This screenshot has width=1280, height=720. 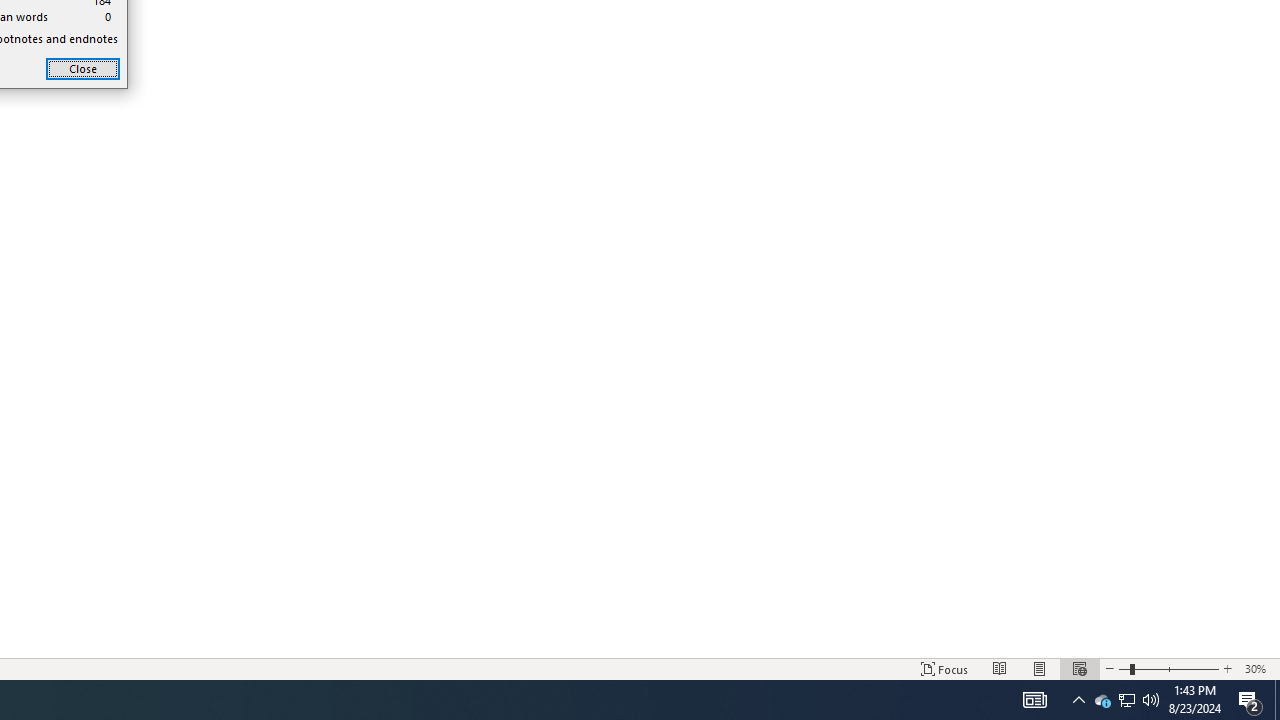 I want to click on 'Q2790: 100%', so click(x=1151, y=698).